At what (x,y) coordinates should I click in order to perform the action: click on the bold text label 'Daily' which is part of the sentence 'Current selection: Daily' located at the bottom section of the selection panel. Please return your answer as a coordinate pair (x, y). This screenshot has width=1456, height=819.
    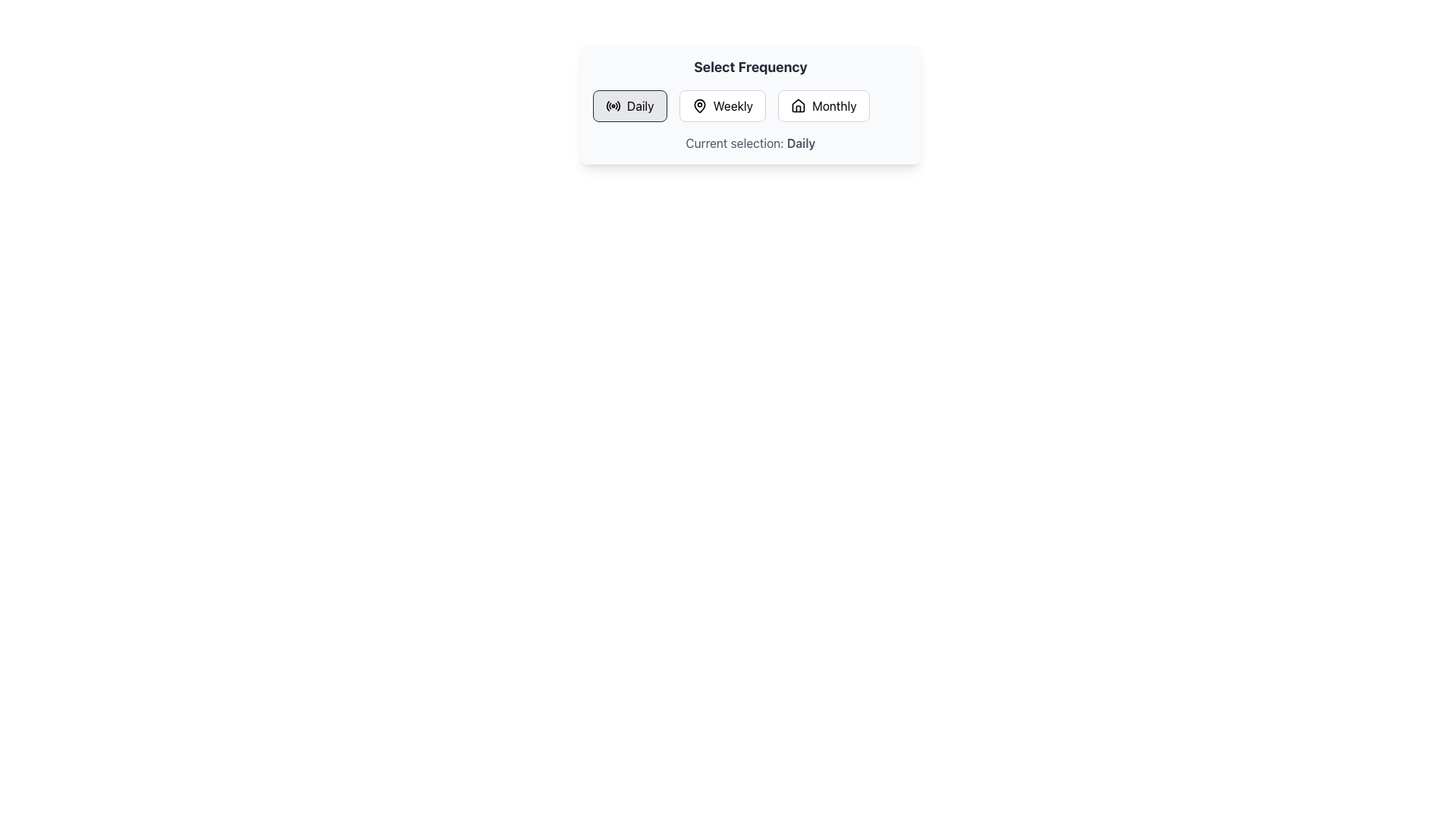
    Looking at the image, I should click on (800, 143).